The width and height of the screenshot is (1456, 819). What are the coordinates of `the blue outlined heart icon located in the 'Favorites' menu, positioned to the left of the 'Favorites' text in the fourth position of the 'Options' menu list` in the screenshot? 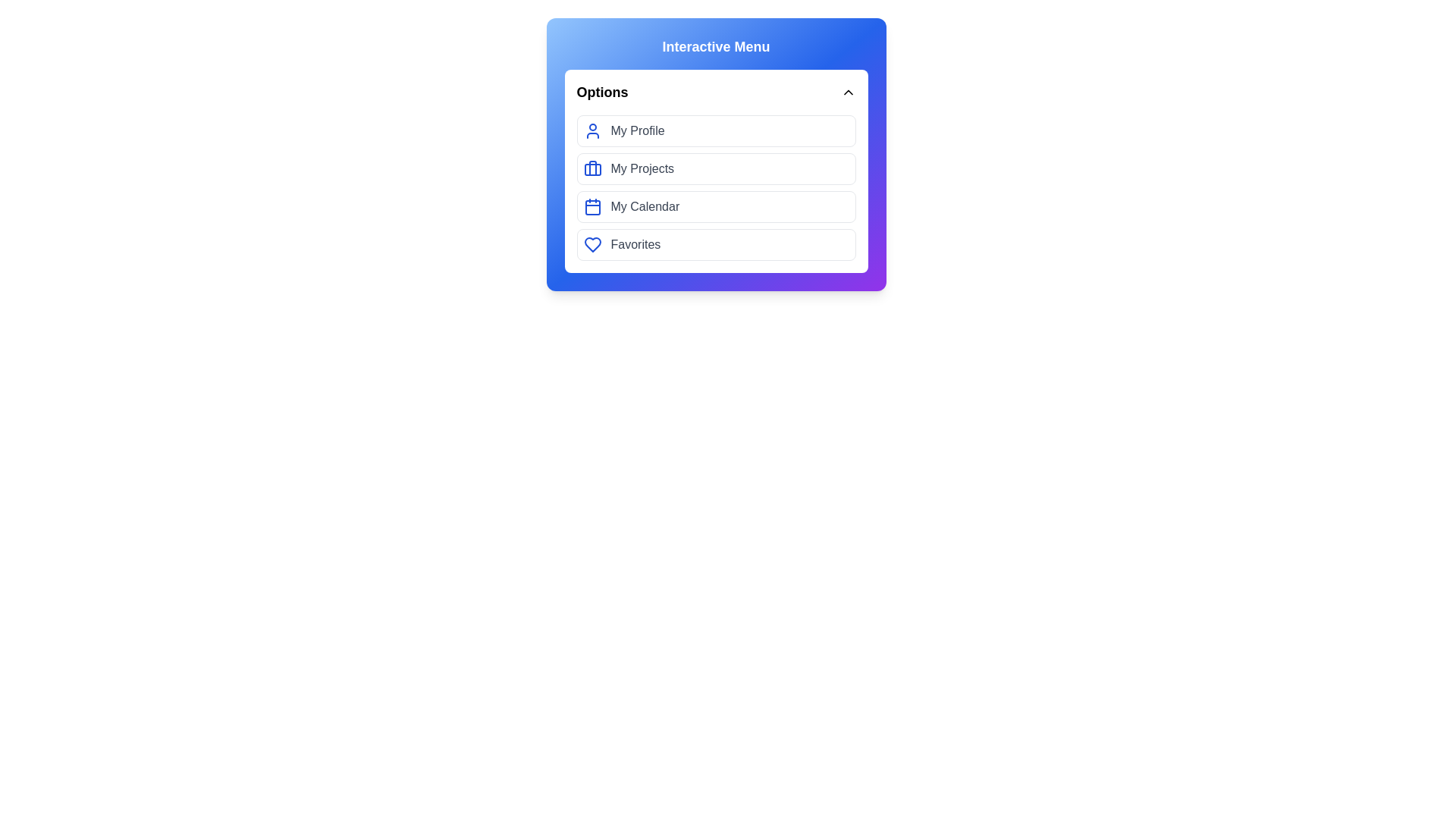 It's located at (591, 244).